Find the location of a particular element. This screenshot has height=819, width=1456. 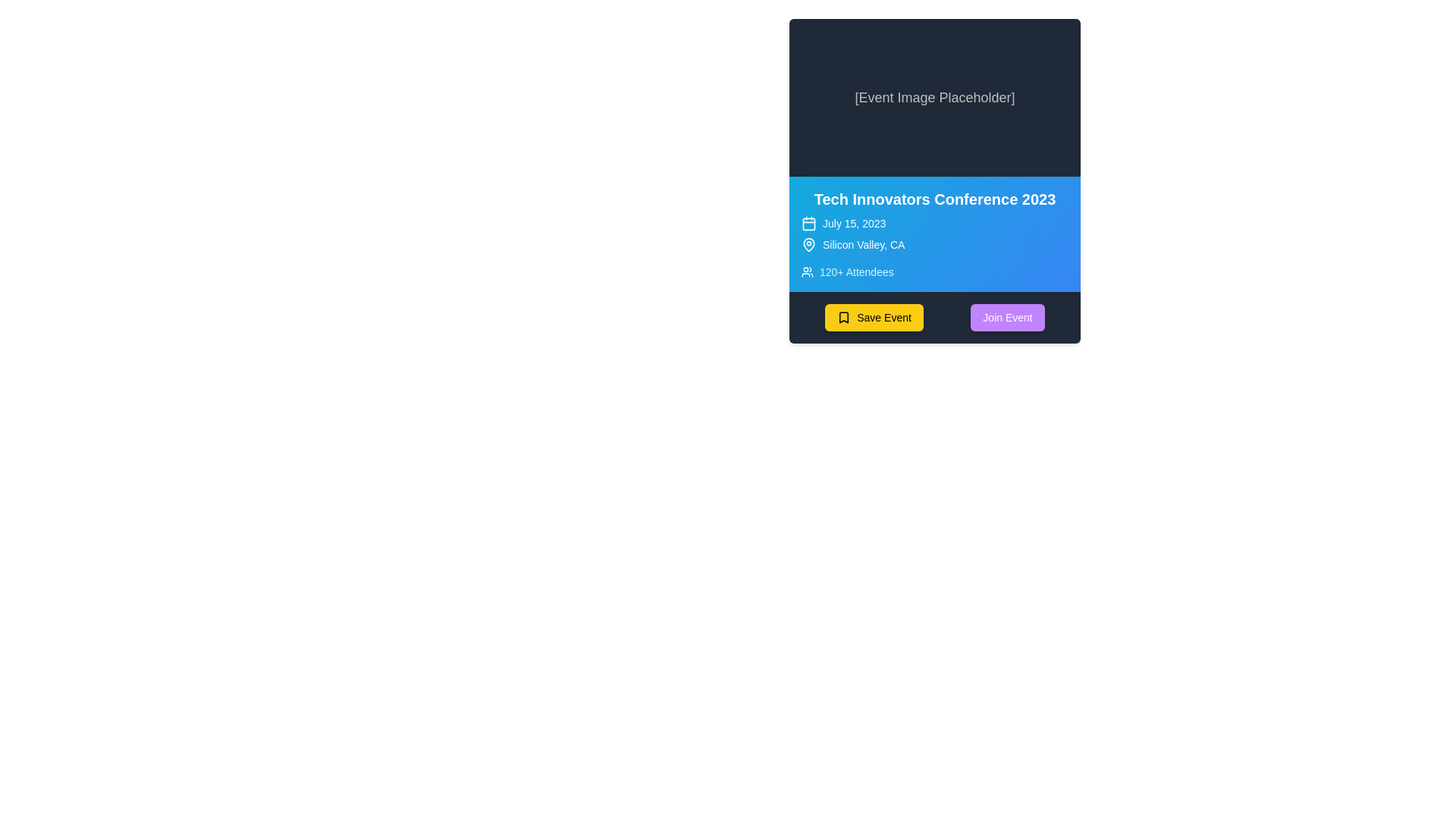

the decorative icon representing the date located to the left of the text 'July 15, 2023' in the event information panel is located at coordinates (808, 223).